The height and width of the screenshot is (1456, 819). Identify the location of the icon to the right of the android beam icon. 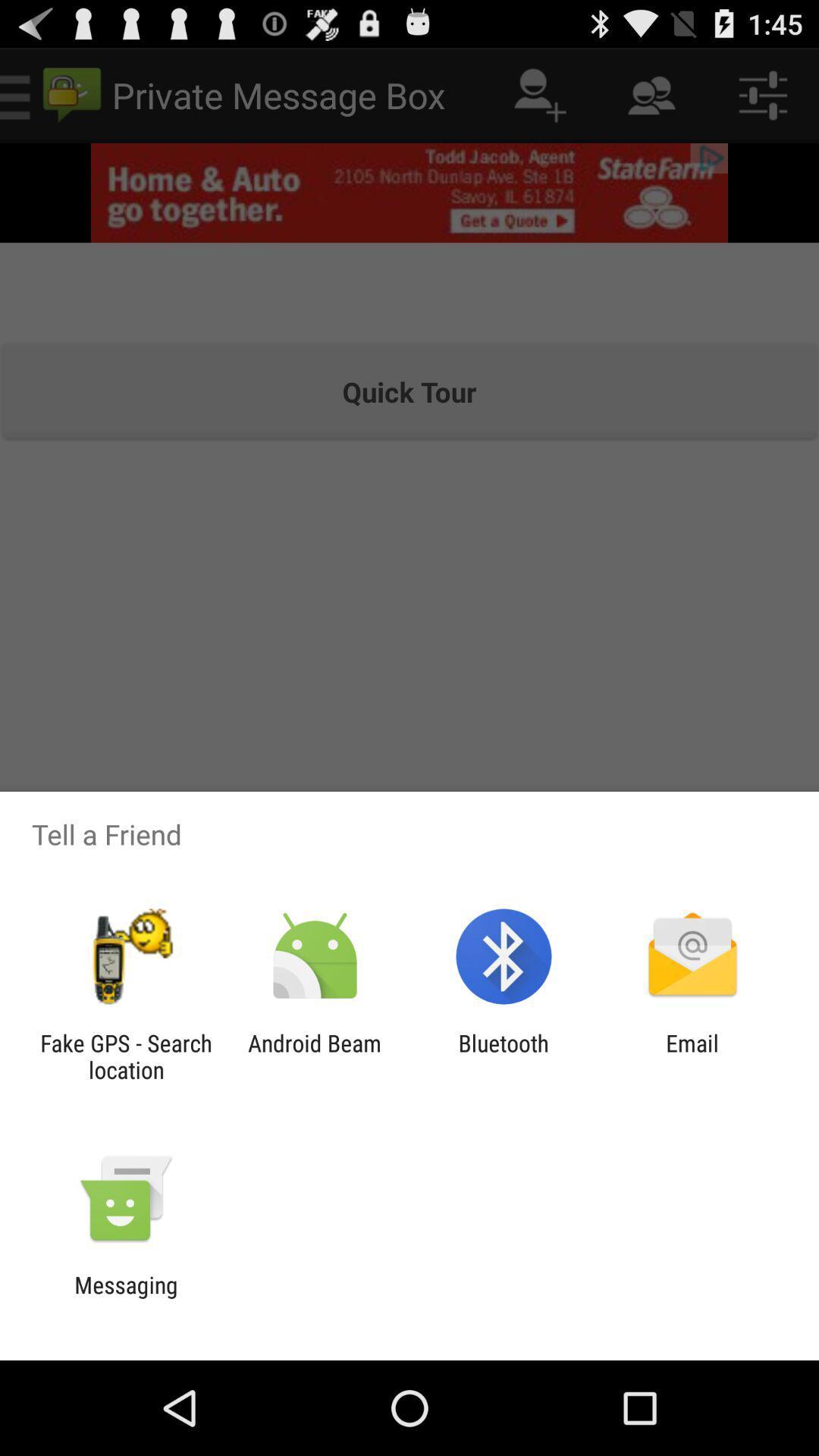
(504, 1056).